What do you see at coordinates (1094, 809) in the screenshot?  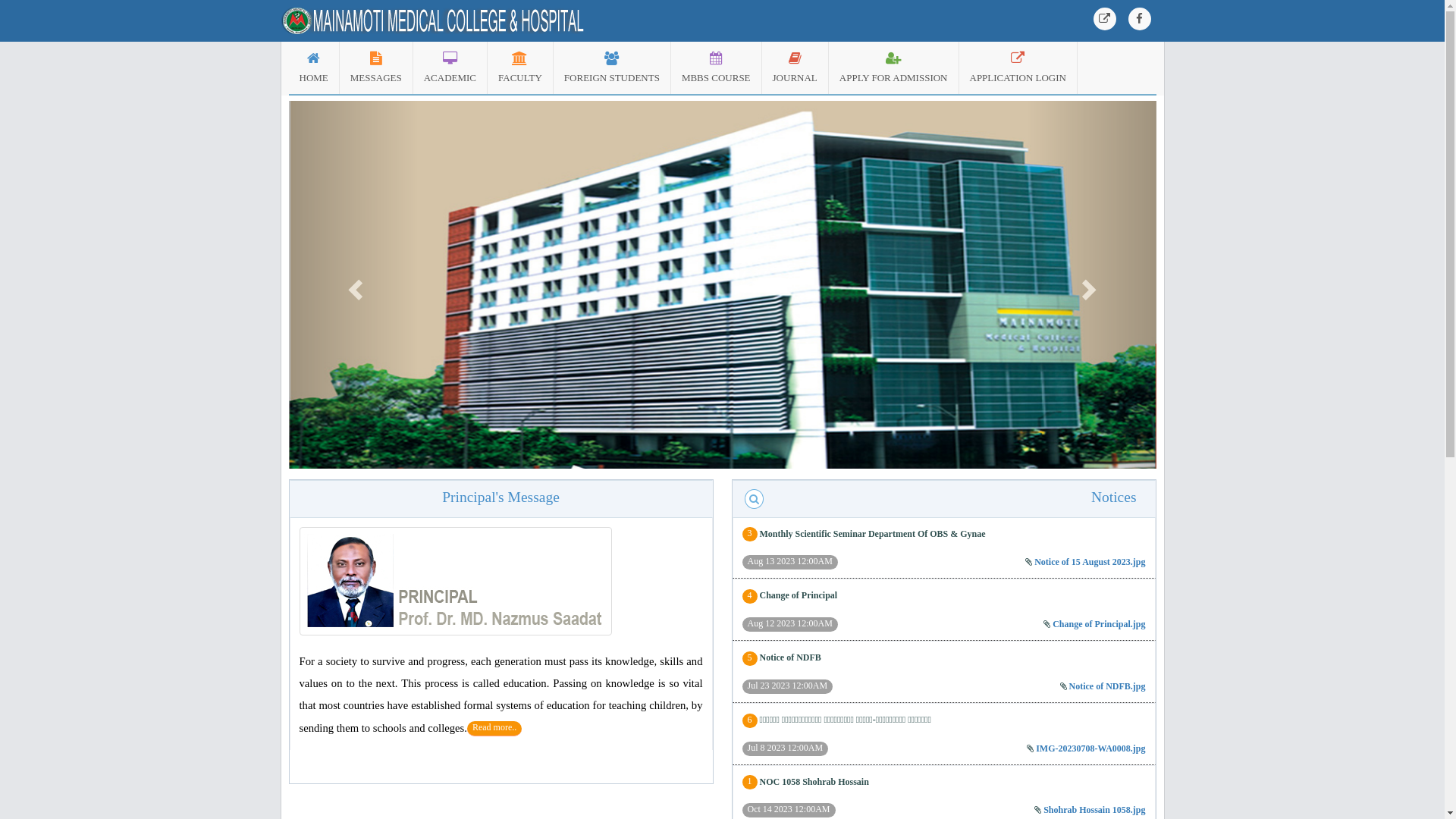 I see `'Shohrab Hossain 1058.jpg'` at bounding box center [1094, 809].